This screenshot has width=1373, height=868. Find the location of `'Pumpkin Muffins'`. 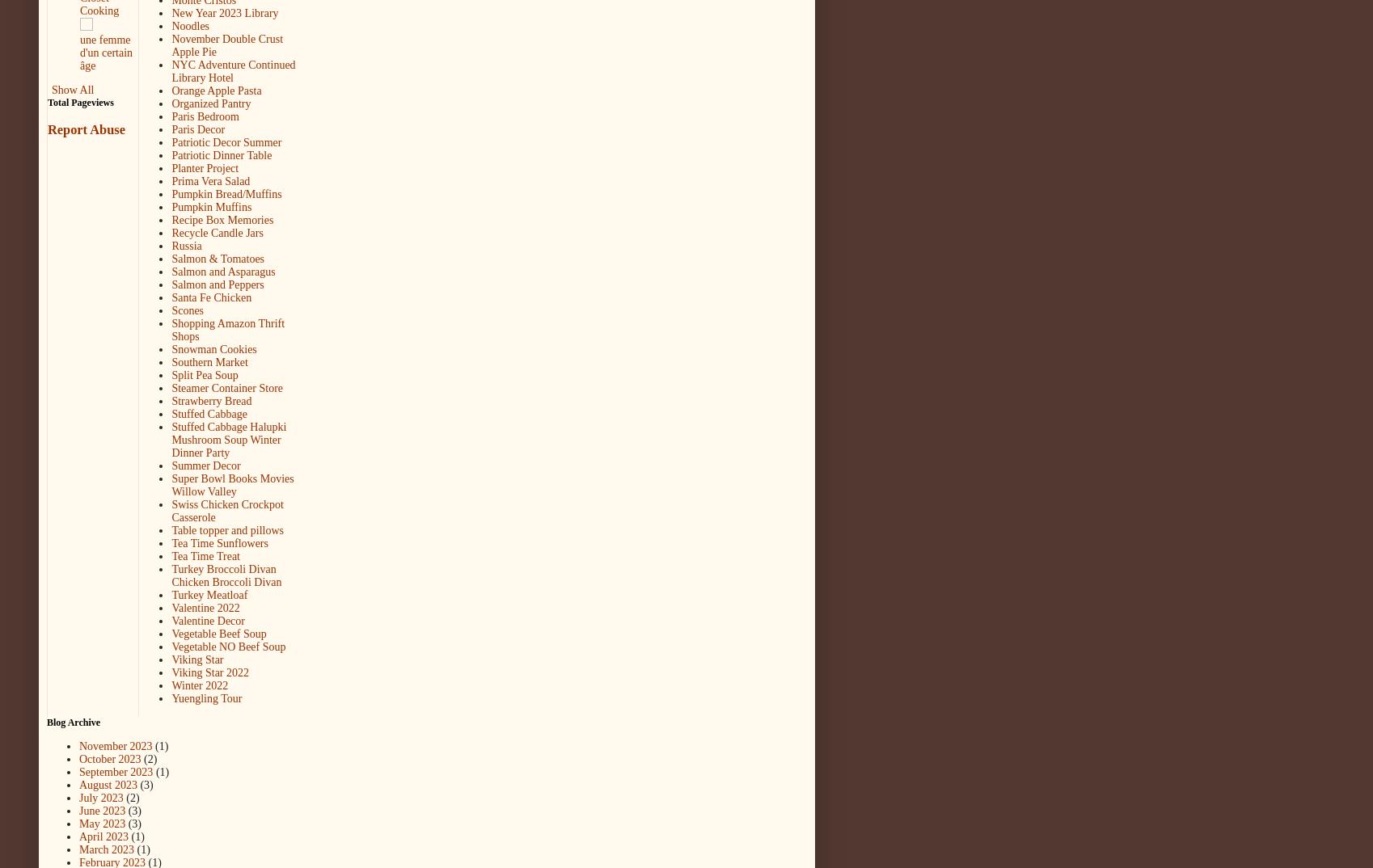

'Pumpkin Muffins' is located at coordinates (210, 206).